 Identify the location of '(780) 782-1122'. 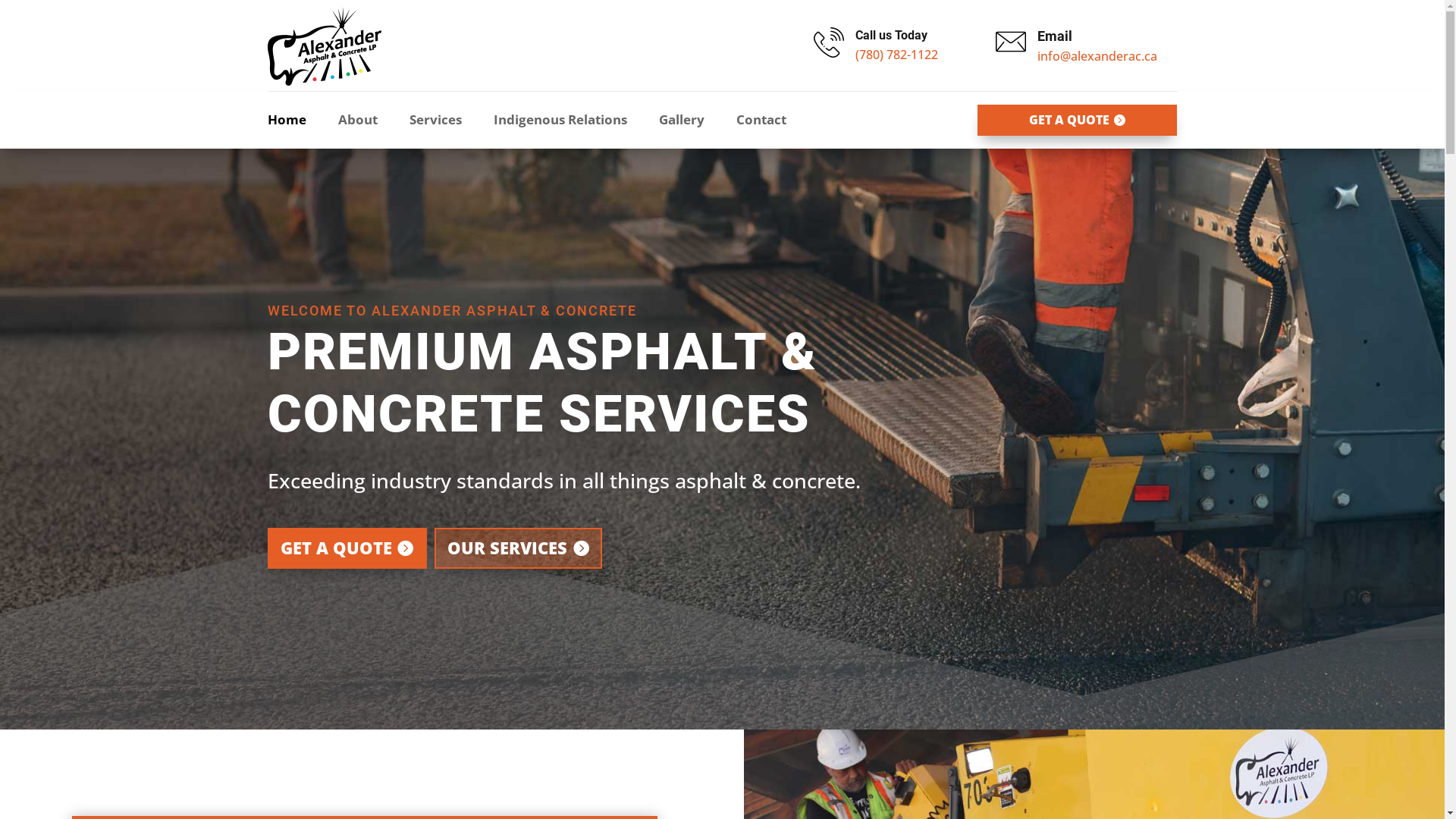
(896, 54).